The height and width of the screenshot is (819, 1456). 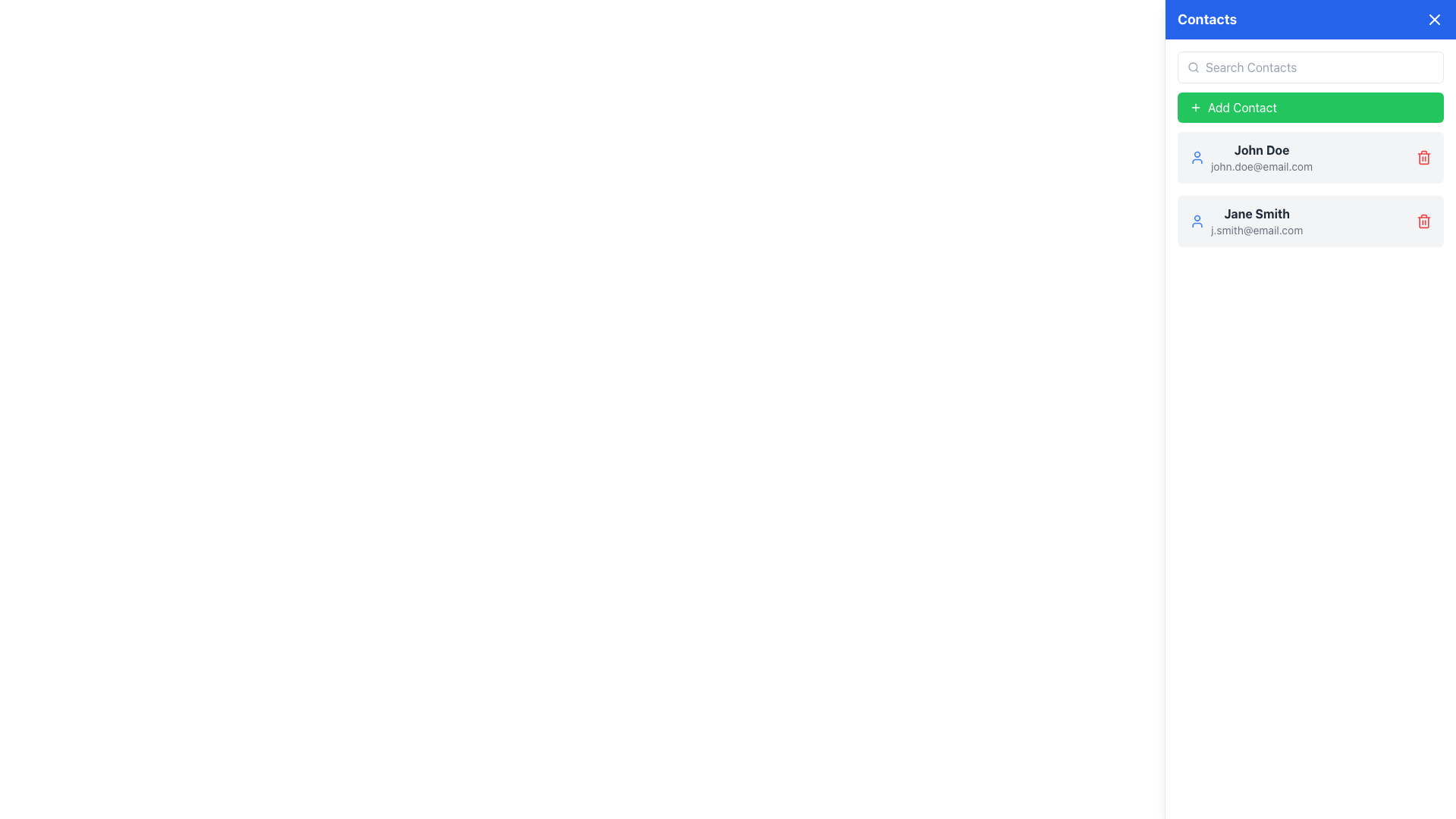 I want to click on static text display showing the name 'John Doe', which is located in the first contact entry under the 'Contacts' section on the right panel, above the email address 'john.doe@email.com', so click(x=1262, y=149).